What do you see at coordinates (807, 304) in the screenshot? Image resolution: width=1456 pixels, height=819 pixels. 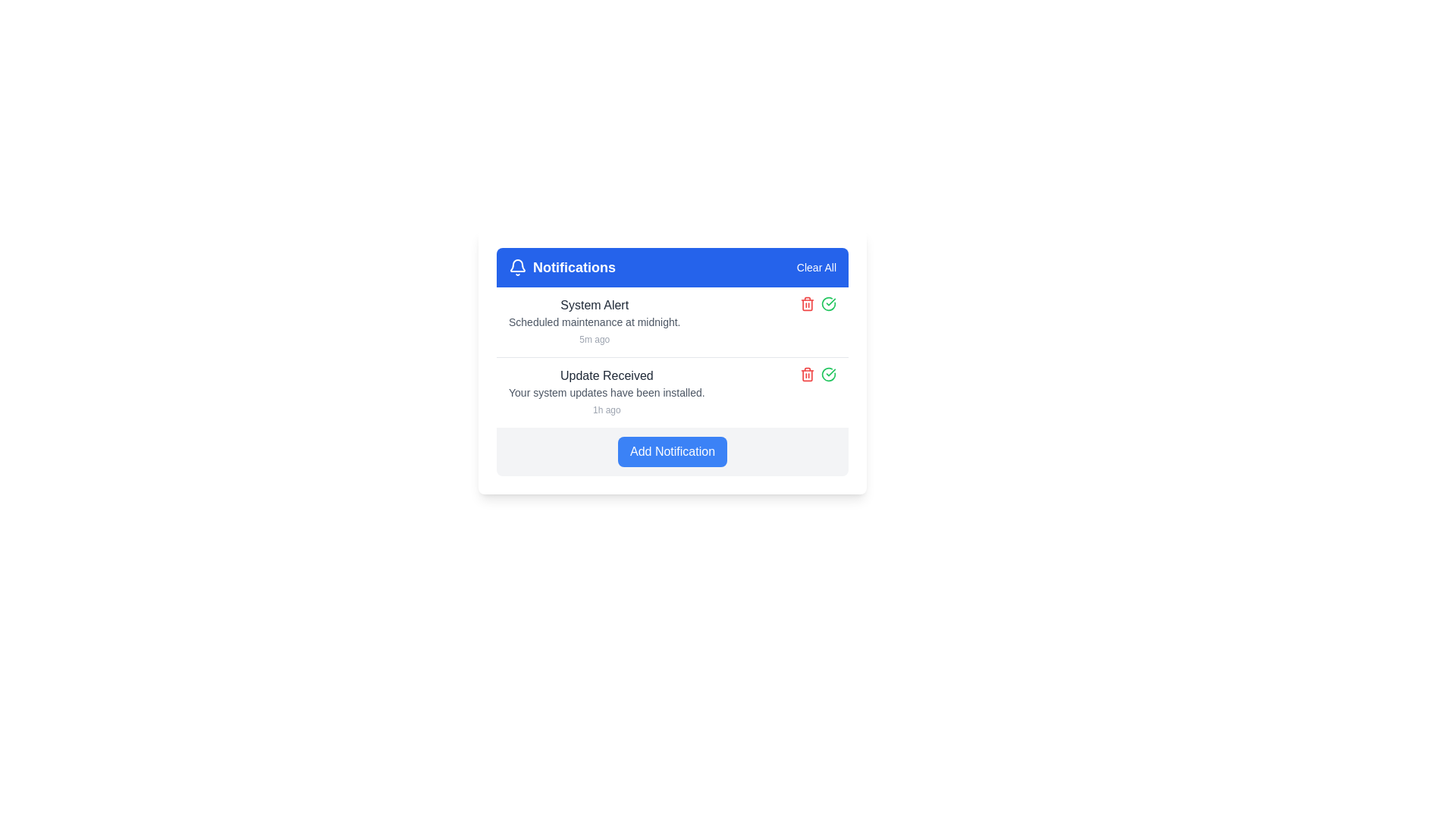 I see `the red trash bin icon button located on the right side of the second notification entry ('Your system updates have been installed.')` at bounding box center [807, 304].